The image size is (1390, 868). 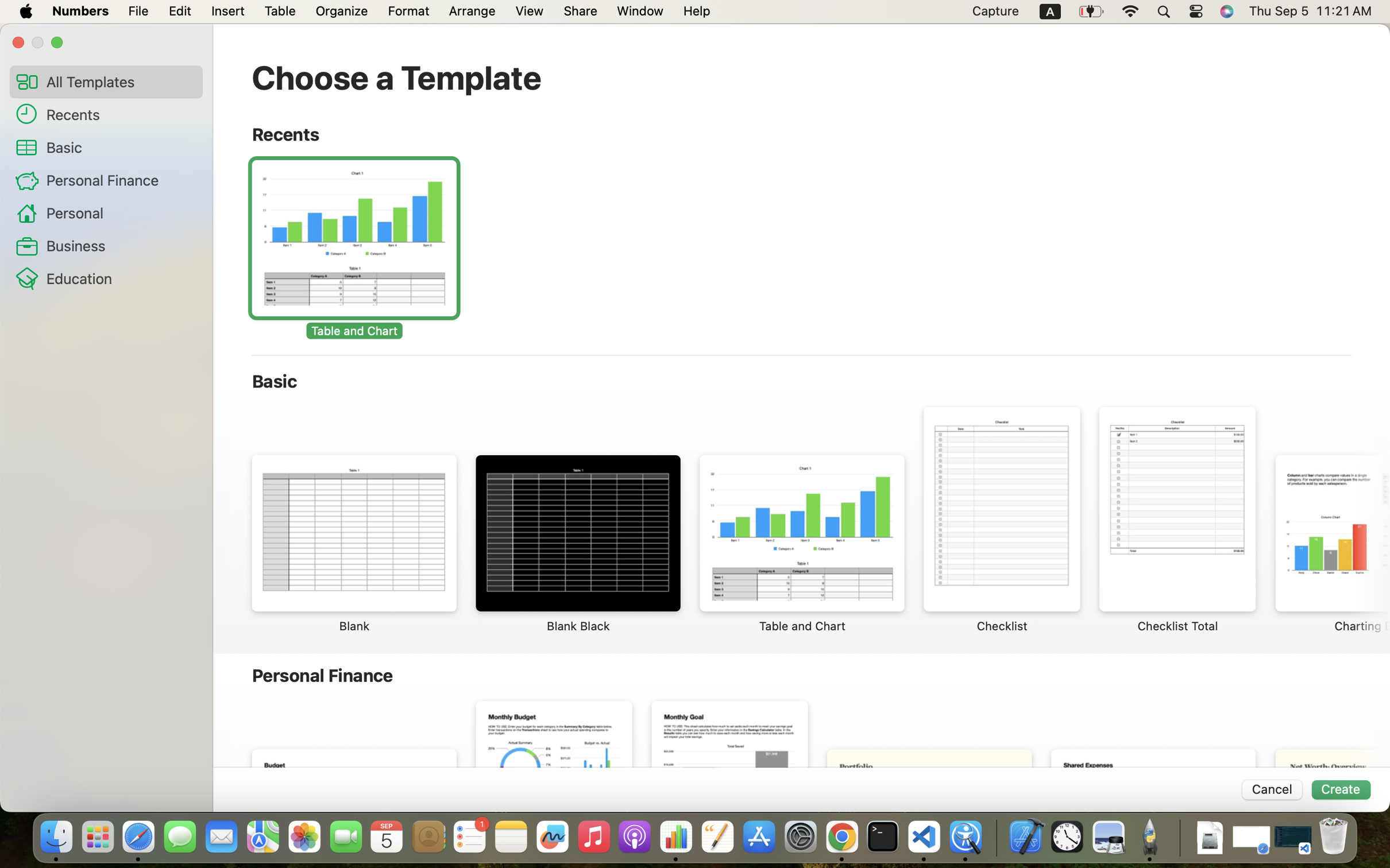 I want to click on 'Personal Finance', so click(x=119, y=179).